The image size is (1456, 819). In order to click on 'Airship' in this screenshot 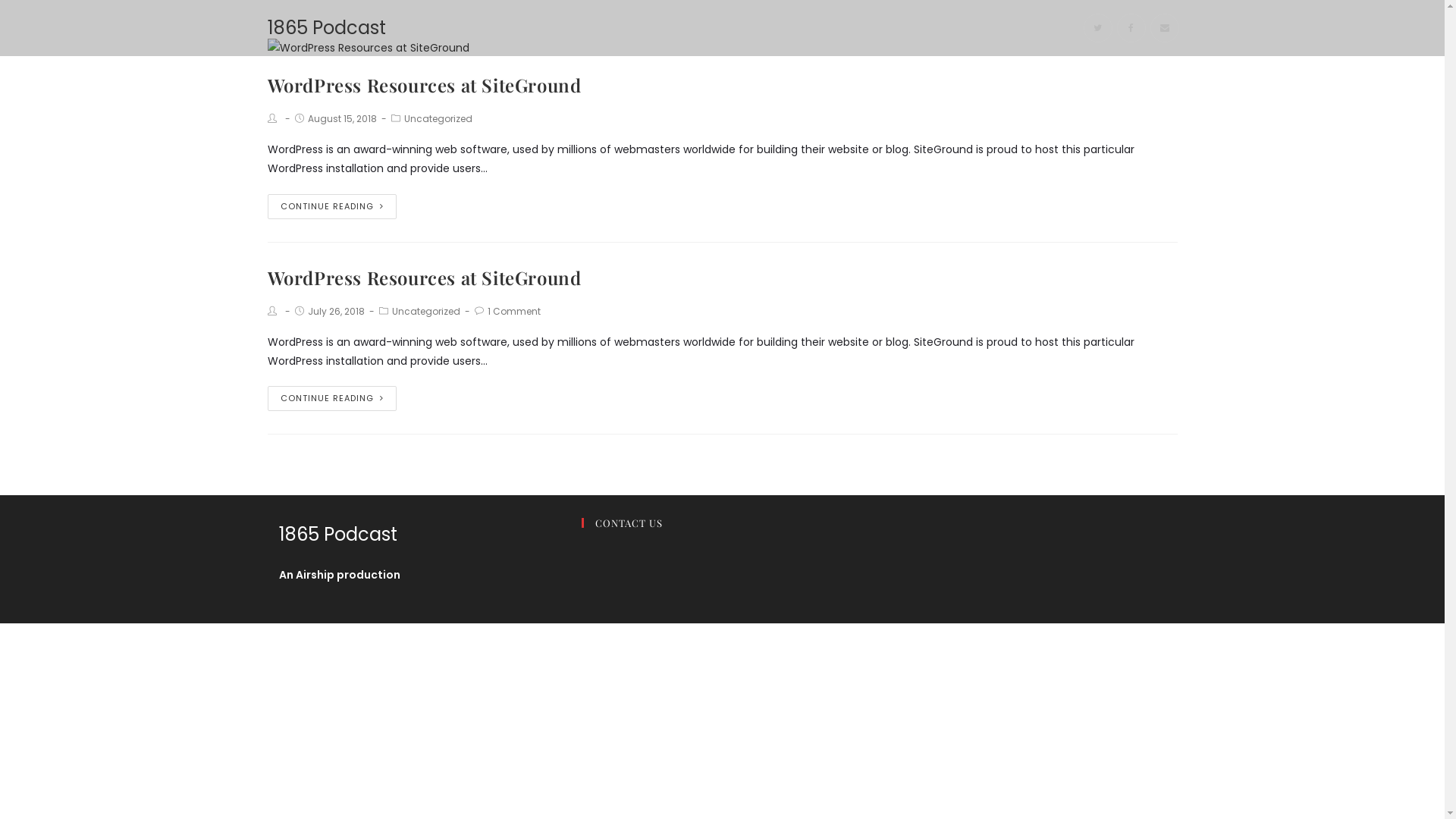, I will do `click(314, 575)`.